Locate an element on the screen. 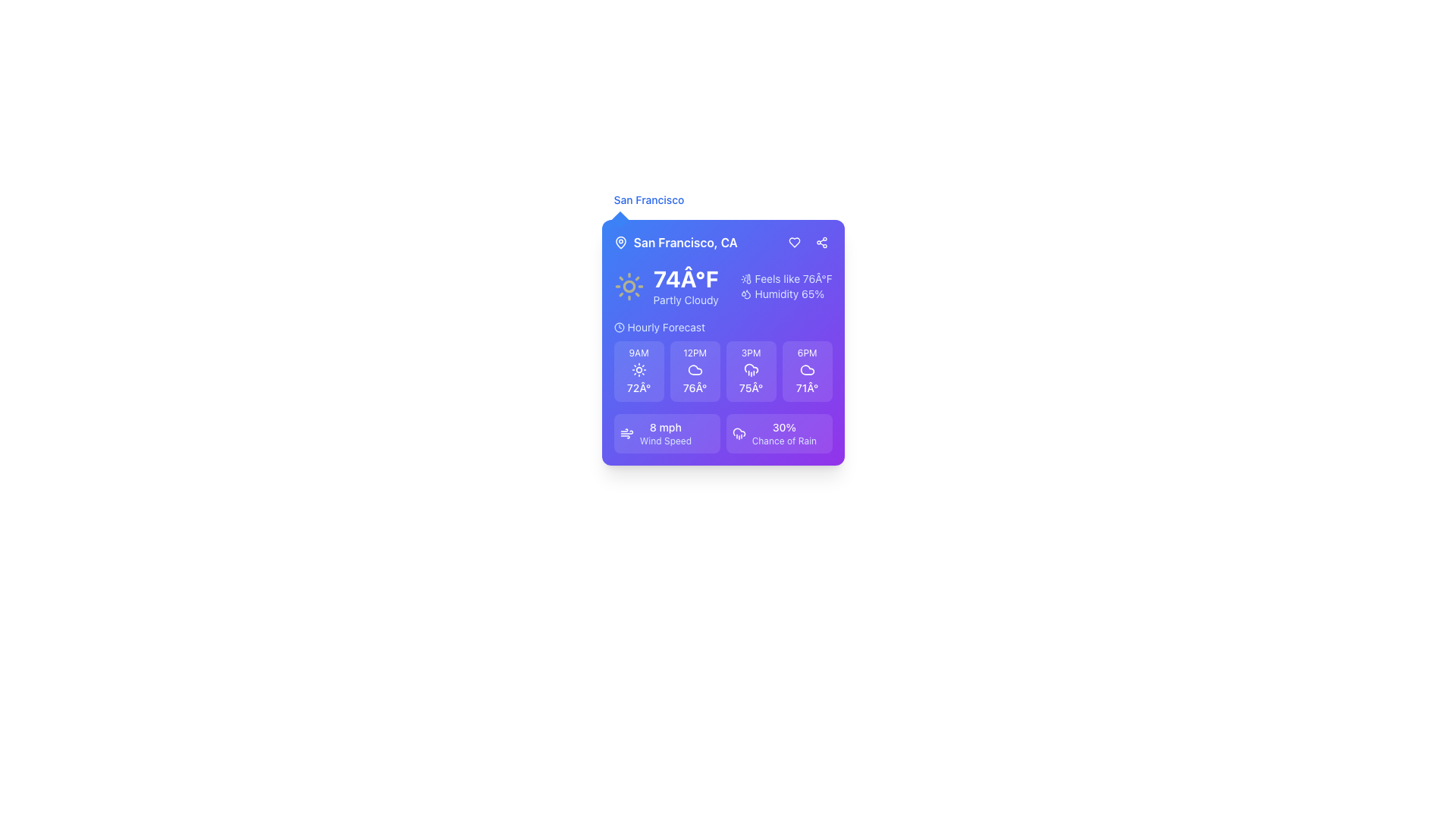  the cloud icon with raindrops, which is located in the bottom-right card of the weather information section, directly to the left of the text '30% Chance of Rain'. This icon is styled in minimalistic line art design and is the only weather icon in this card is located at coordinates (739, 433).